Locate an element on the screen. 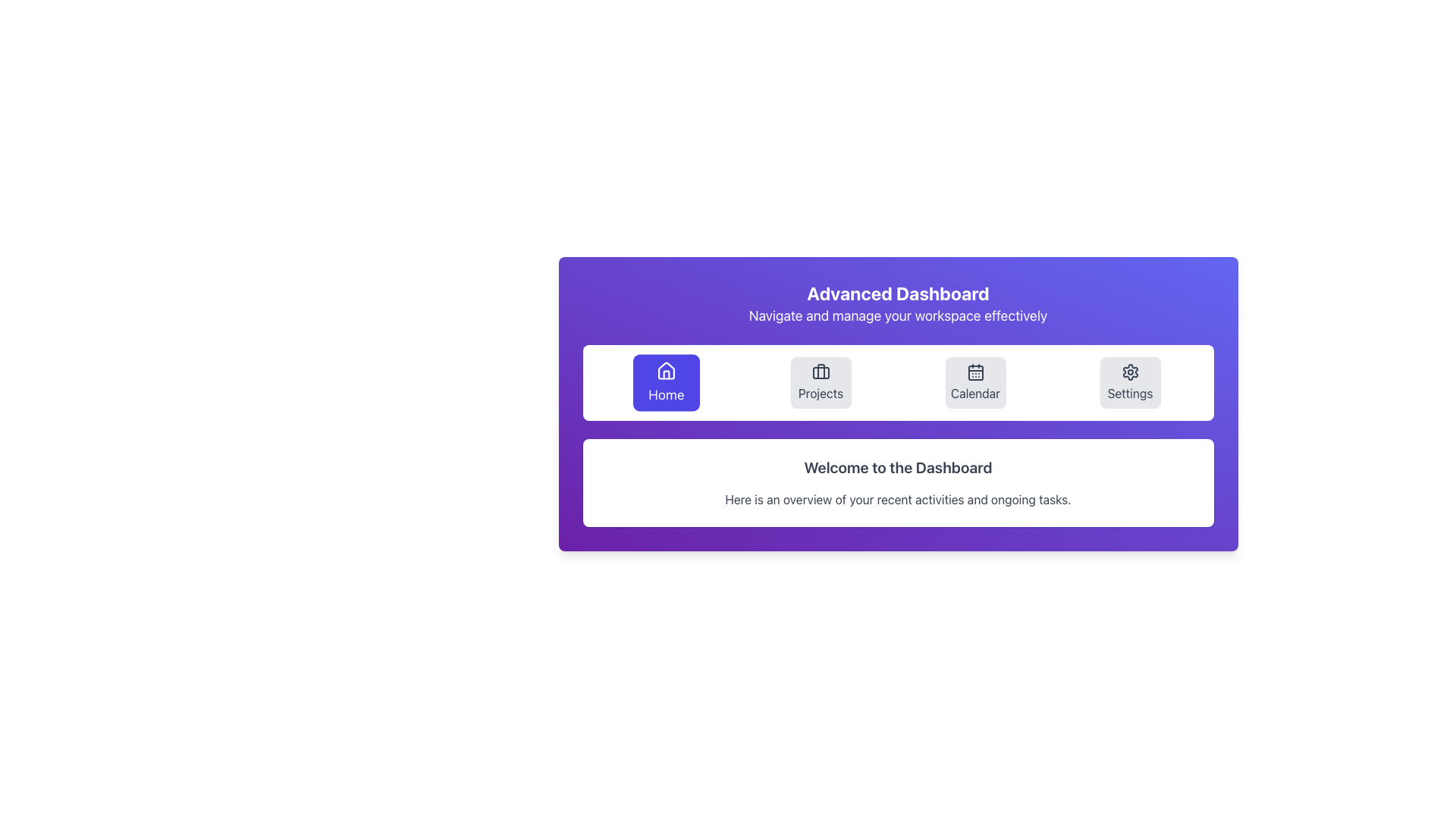 The height and width of the screenshot is (819, 1456). text from the 'Projects' label located below the briefcase icon in the horizontal navigation menu is located at coordinates (820, 393).